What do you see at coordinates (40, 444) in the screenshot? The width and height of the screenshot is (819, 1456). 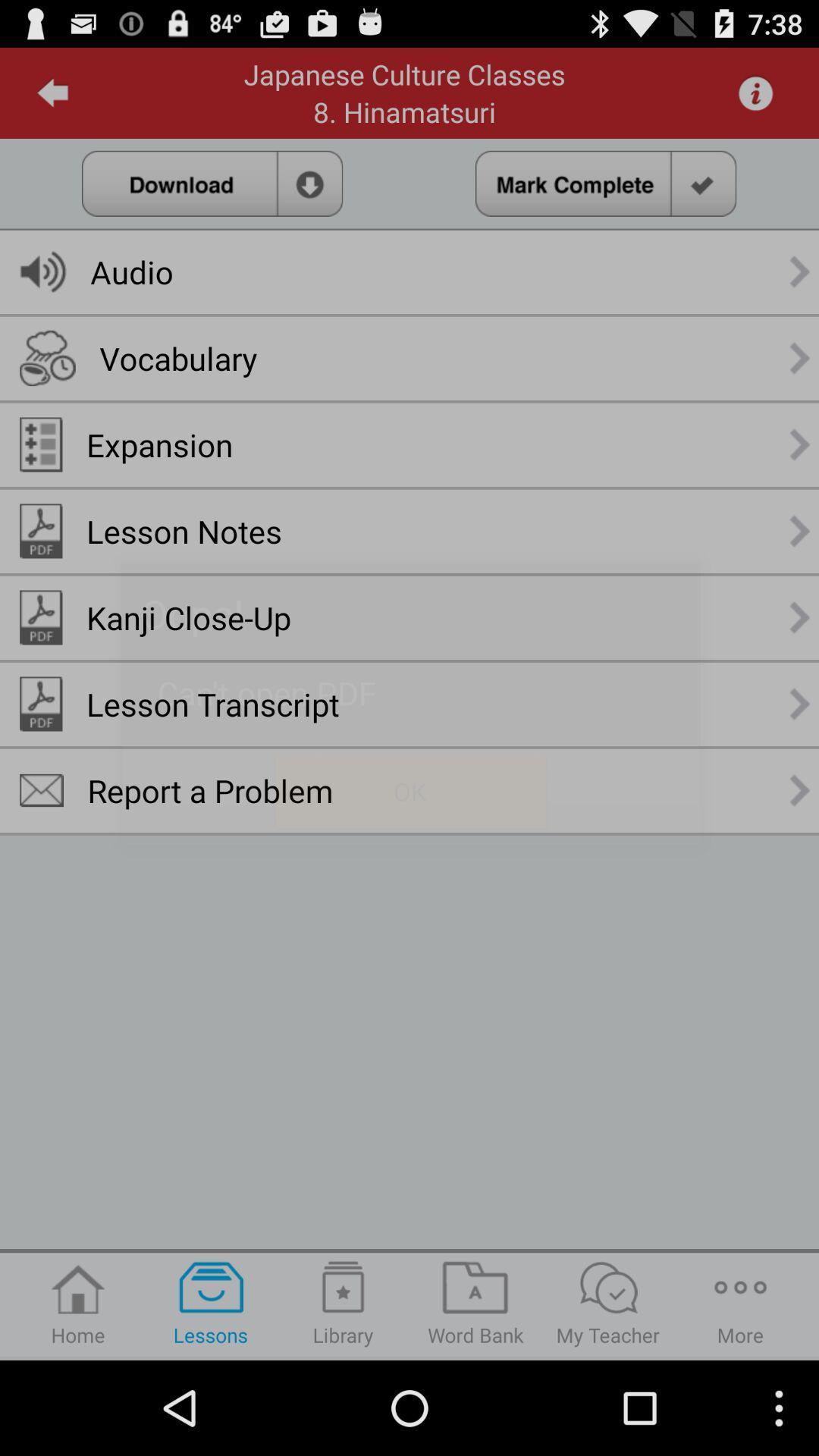 I see `the icon beside the expansion` at bounding box center [40, 444].